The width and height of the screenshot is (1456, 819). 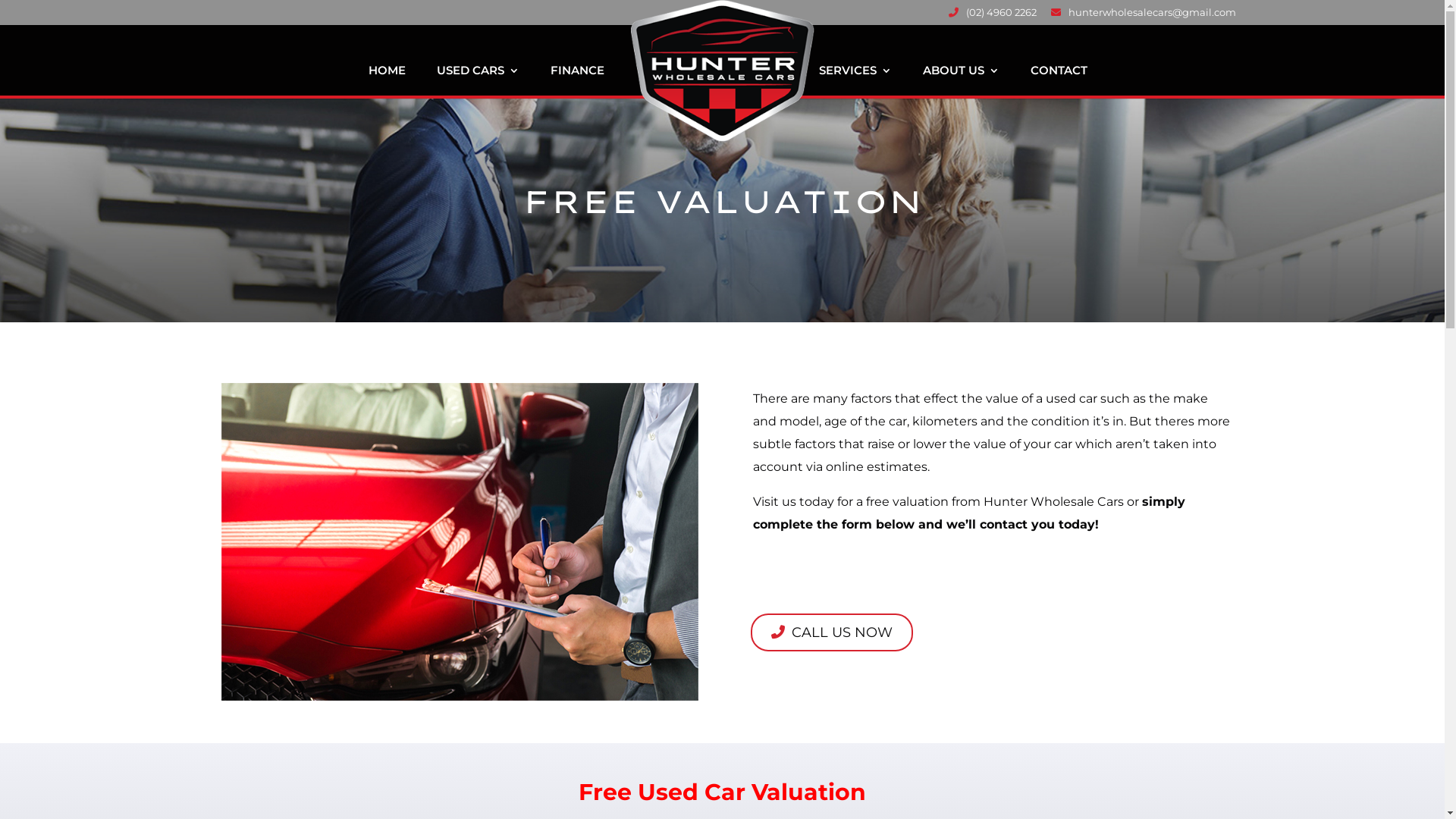 I want to click on 'FINANCE', so click(x=576, y=82).